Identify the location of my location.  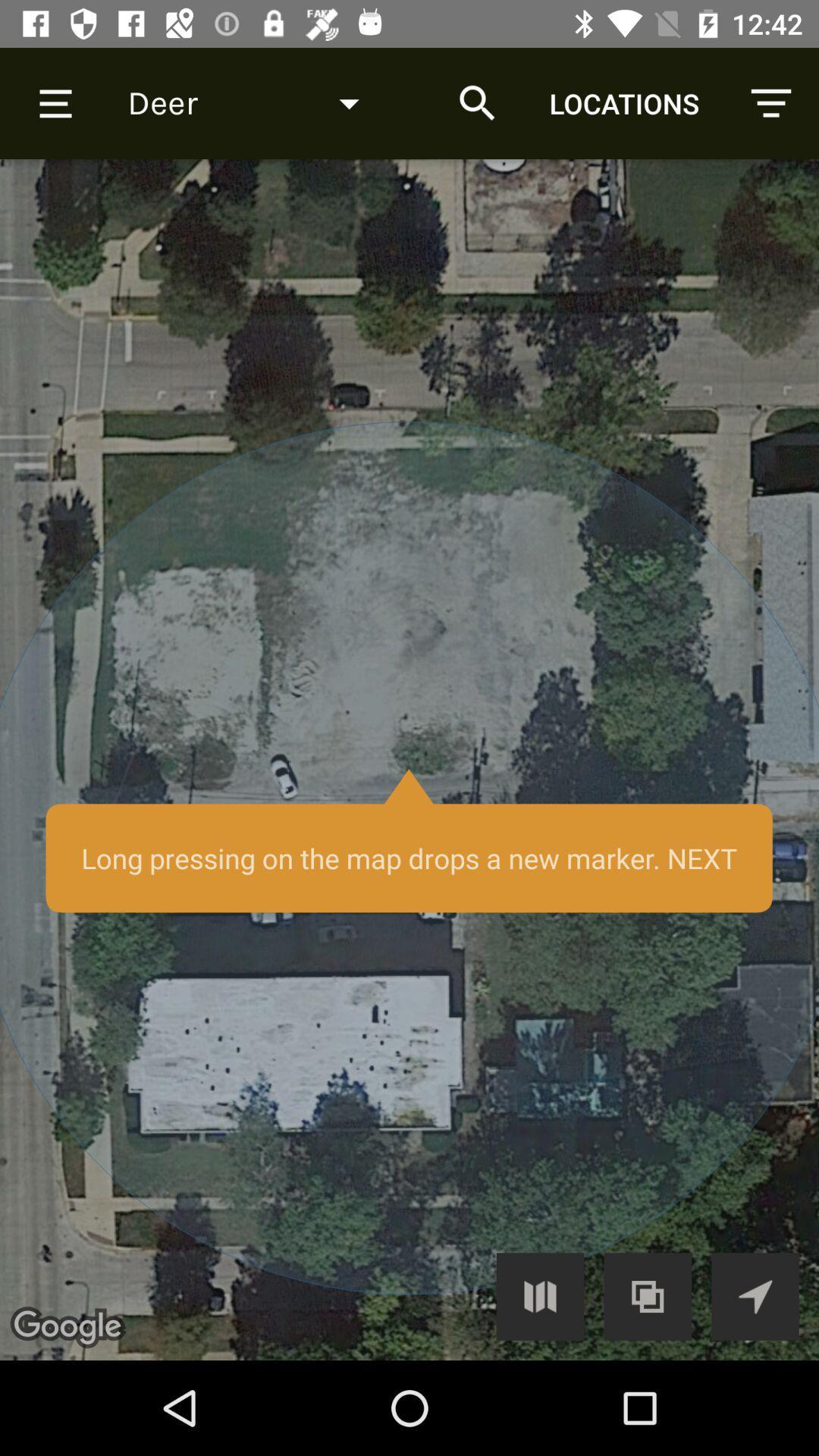
(755, 1295).